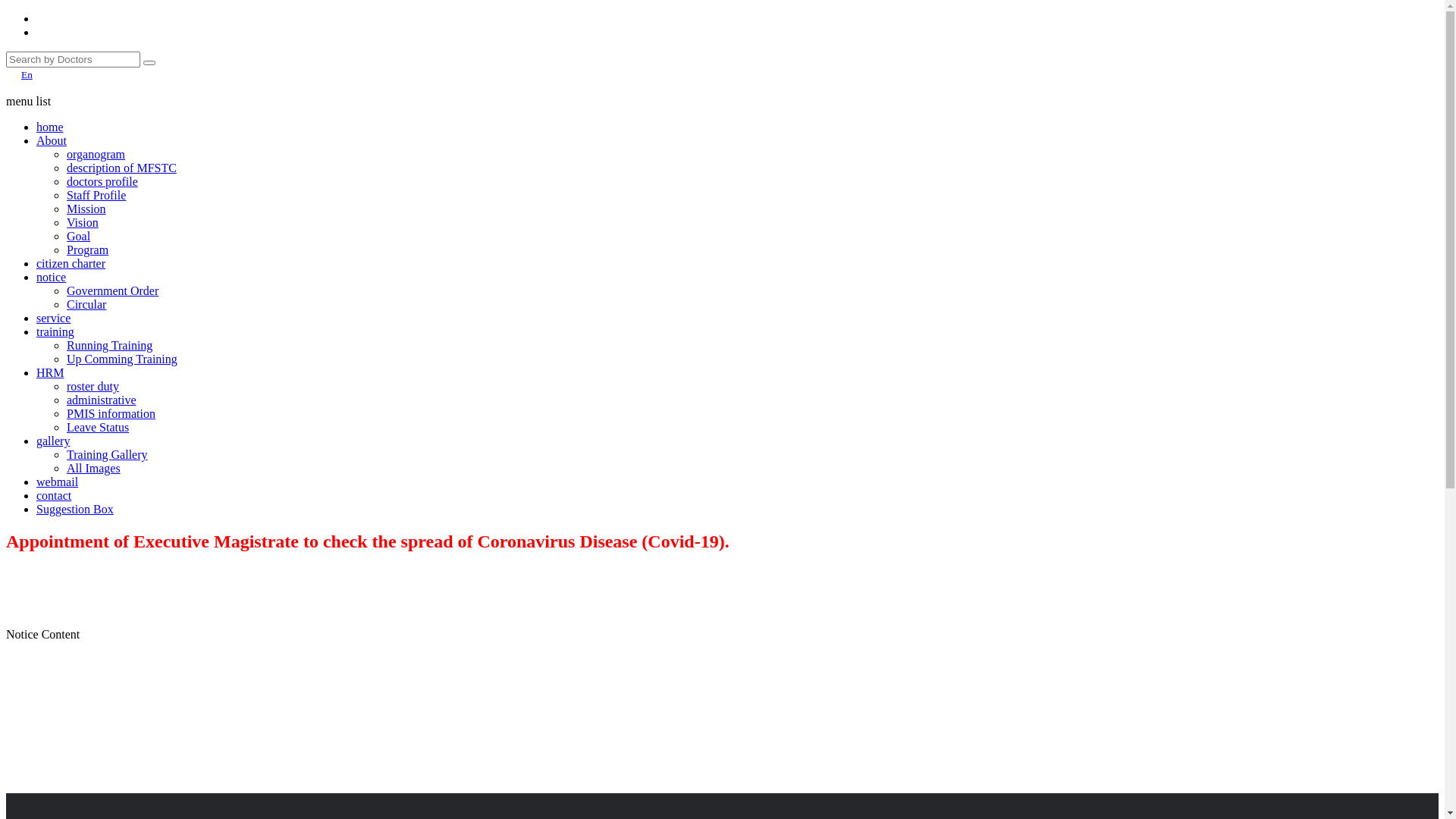 The width and height of the screenshot is (1456, 819). Describe the element at coordinates (65, 222) in the screenshot. I see `'Vision'` at that location.